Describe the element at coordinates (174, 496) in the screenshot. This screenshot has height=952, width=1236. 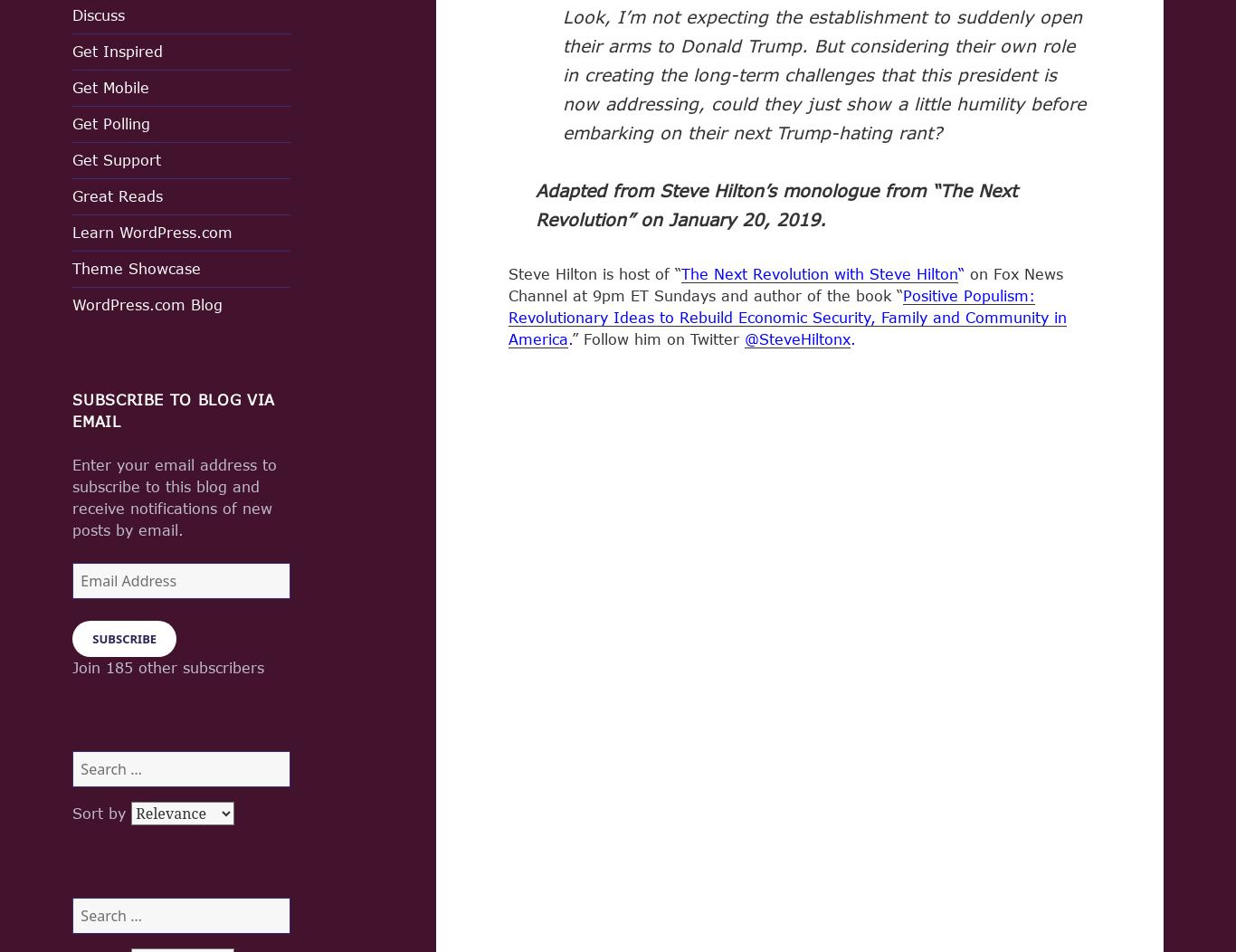
I see `'Enter your email address to subscribe to this blog and receive notifications of new posts by email.'` at that location.